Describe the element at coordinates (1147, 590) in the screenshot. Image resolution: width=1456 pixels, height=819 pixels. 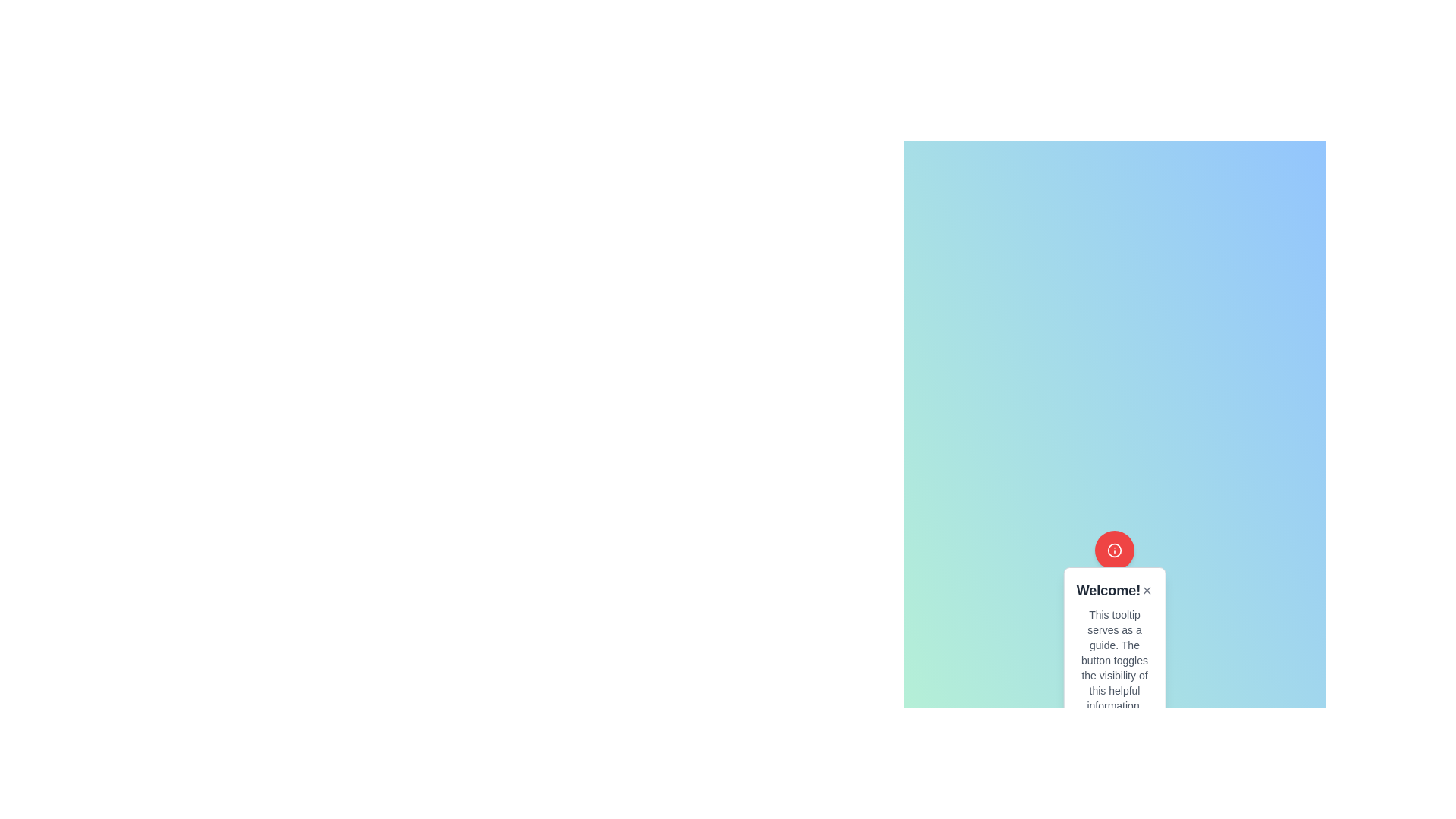
I see `the close icon button, which is a light gray cross symbol located to the right of the text 'Welcome!', to observe the hover effect` at that location.